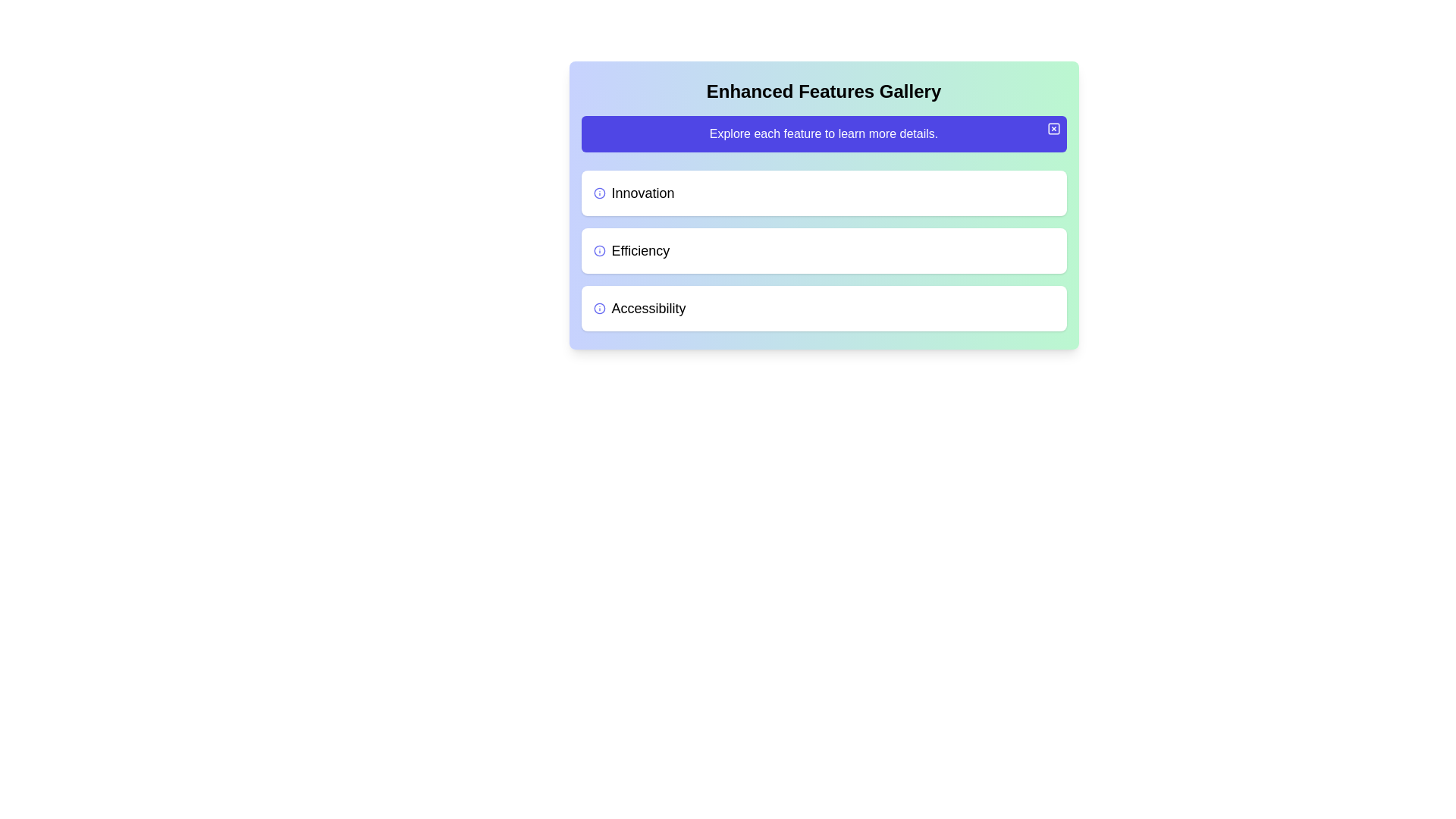 The height and width of the screenshot is (819, 1456). What do you see at coordinates (823, 250) in the screenshot?
I see `the 'Efficiency' card, which is the second card in the vertical list of three cards under the 'Enhanced Features Gallery' section, positioned between 'Innovation' and 'Accessibility'` at bounding box center [823, 250].